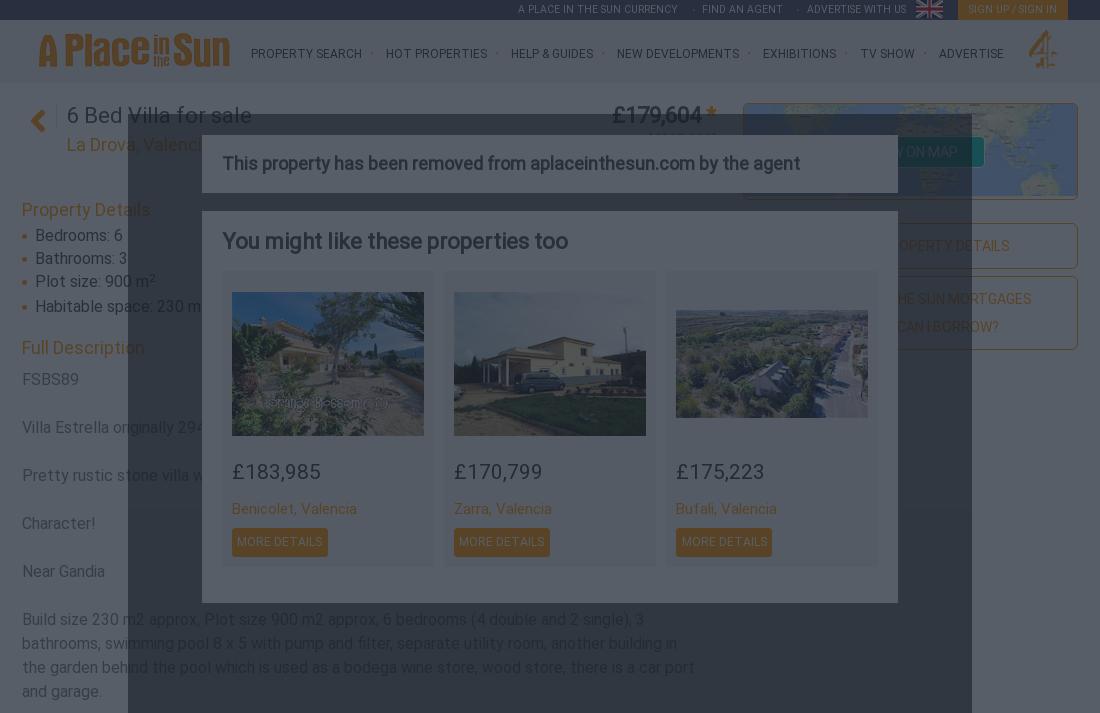 The height and width of the screenshot is (713, 1100). Describe the element at coordinates (937, 53) in the screenshot. I see `'Advertise'` at that location.